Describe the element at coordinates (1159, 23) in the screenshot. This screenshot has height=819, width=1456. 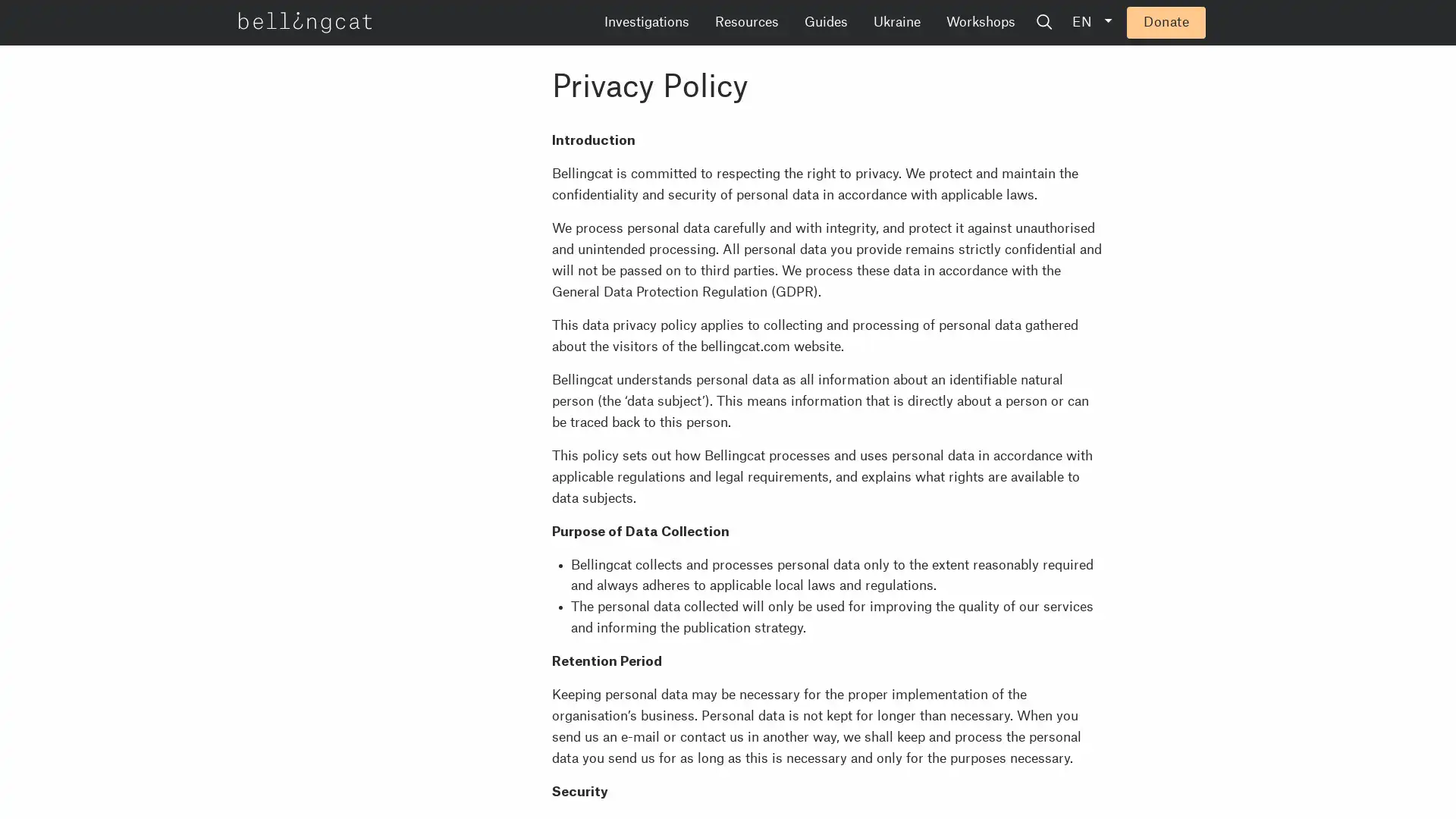
I see `Search` at that location.